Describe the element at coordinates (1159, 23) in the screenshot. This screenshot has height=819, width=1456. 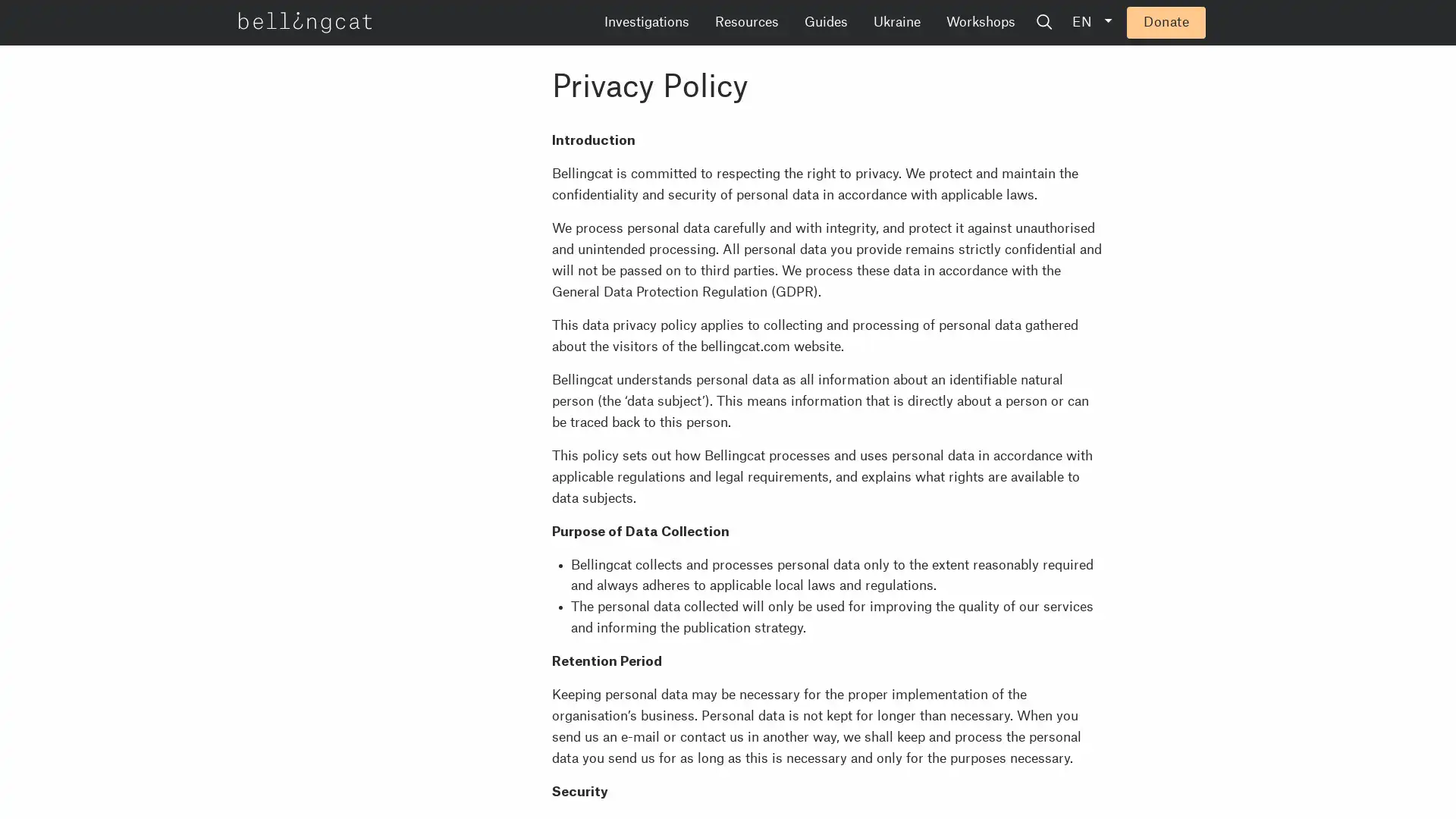
I see `Search` at that location.